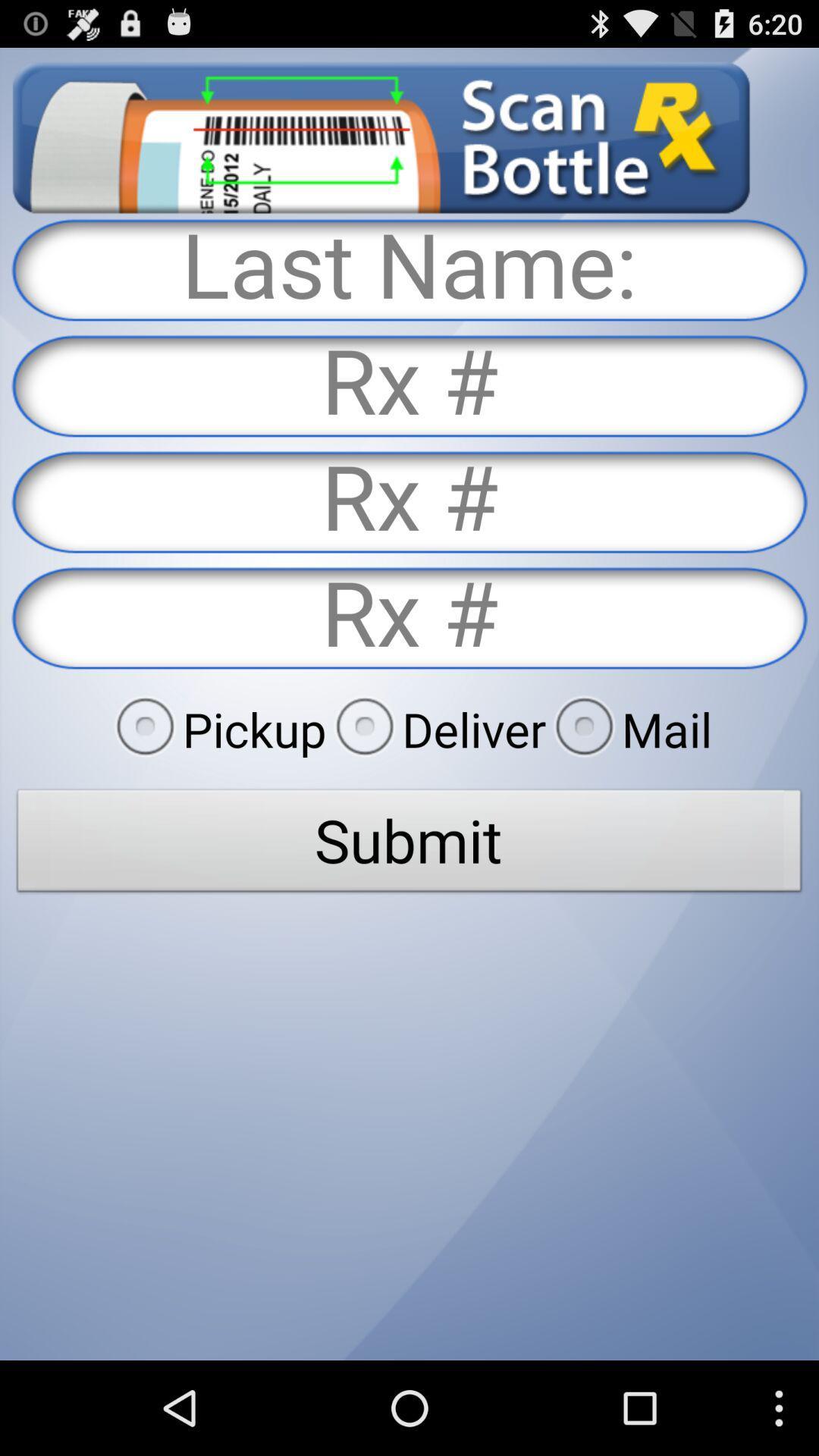 The height and width of the screenshot is (1456, 819). I want to click on item above the submit button, so click(436, 729).